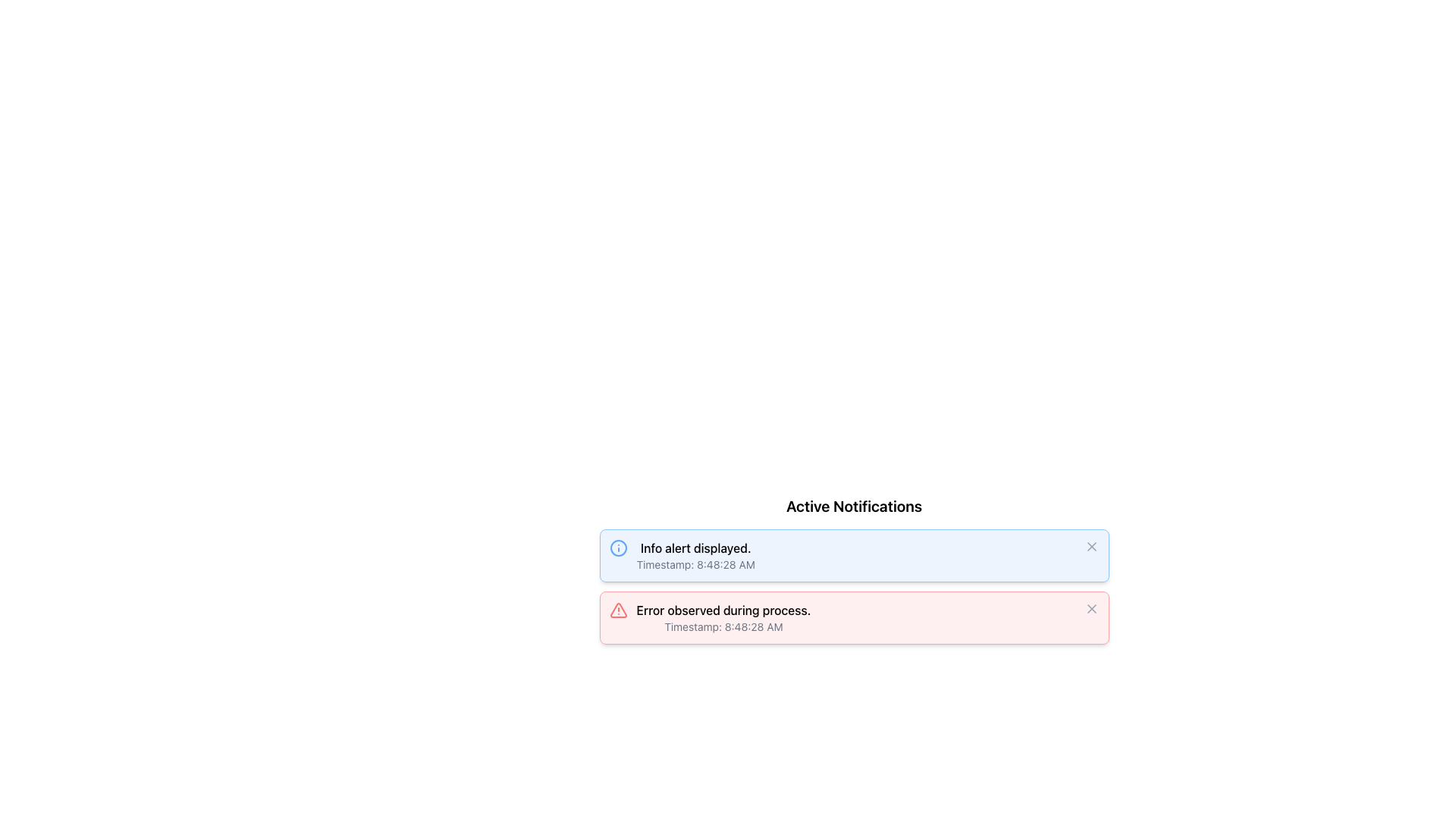  What do you see at coordinates (695, 548) in the screenshot?
I see `the Text Label that displays the notification message 'Info alert displayed.' located in the upper section of the light blue notification box` at bounding box center [695, 548].